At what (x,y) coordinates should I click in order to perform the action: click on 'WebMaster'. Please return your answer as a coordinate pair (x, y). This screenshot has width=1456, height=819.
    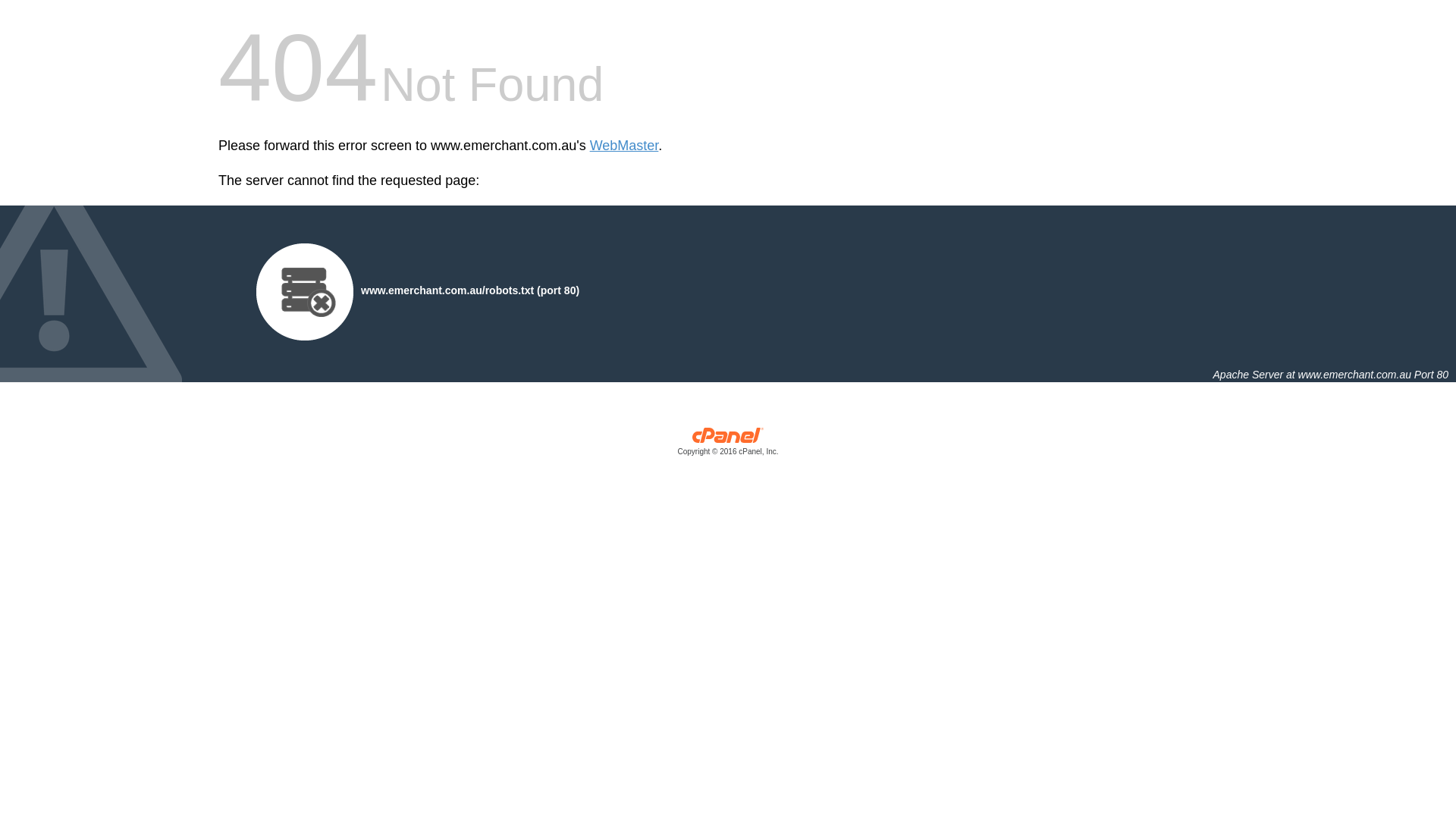
    Looking at the image, I should click on (624, 146).